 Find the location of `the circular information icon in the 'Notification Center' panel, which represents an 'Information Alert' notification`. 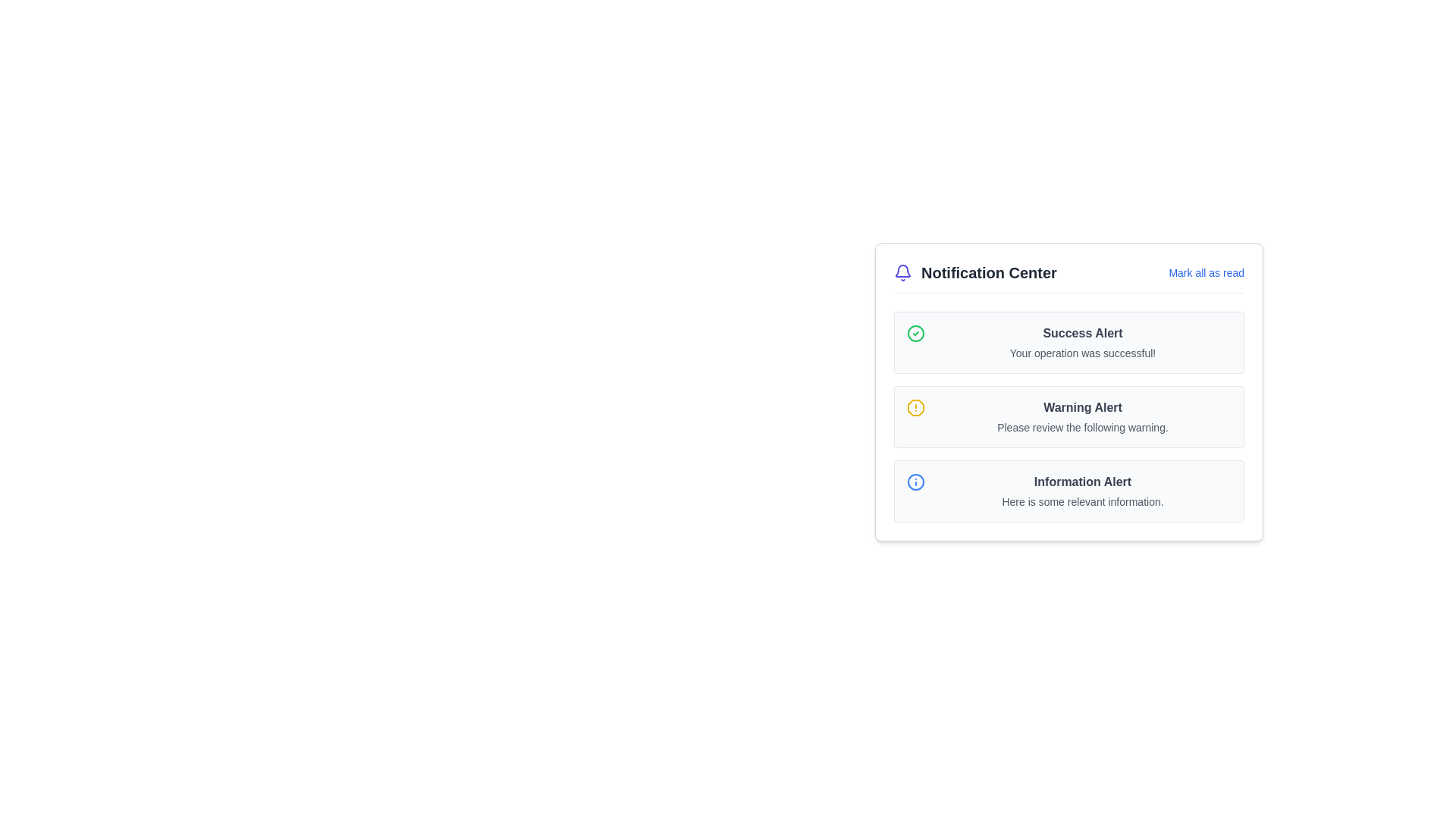

the circular information icon in the 'Notification Center' panel, which represents an 'Information Alert' notification is located at coordinates (915, 482).